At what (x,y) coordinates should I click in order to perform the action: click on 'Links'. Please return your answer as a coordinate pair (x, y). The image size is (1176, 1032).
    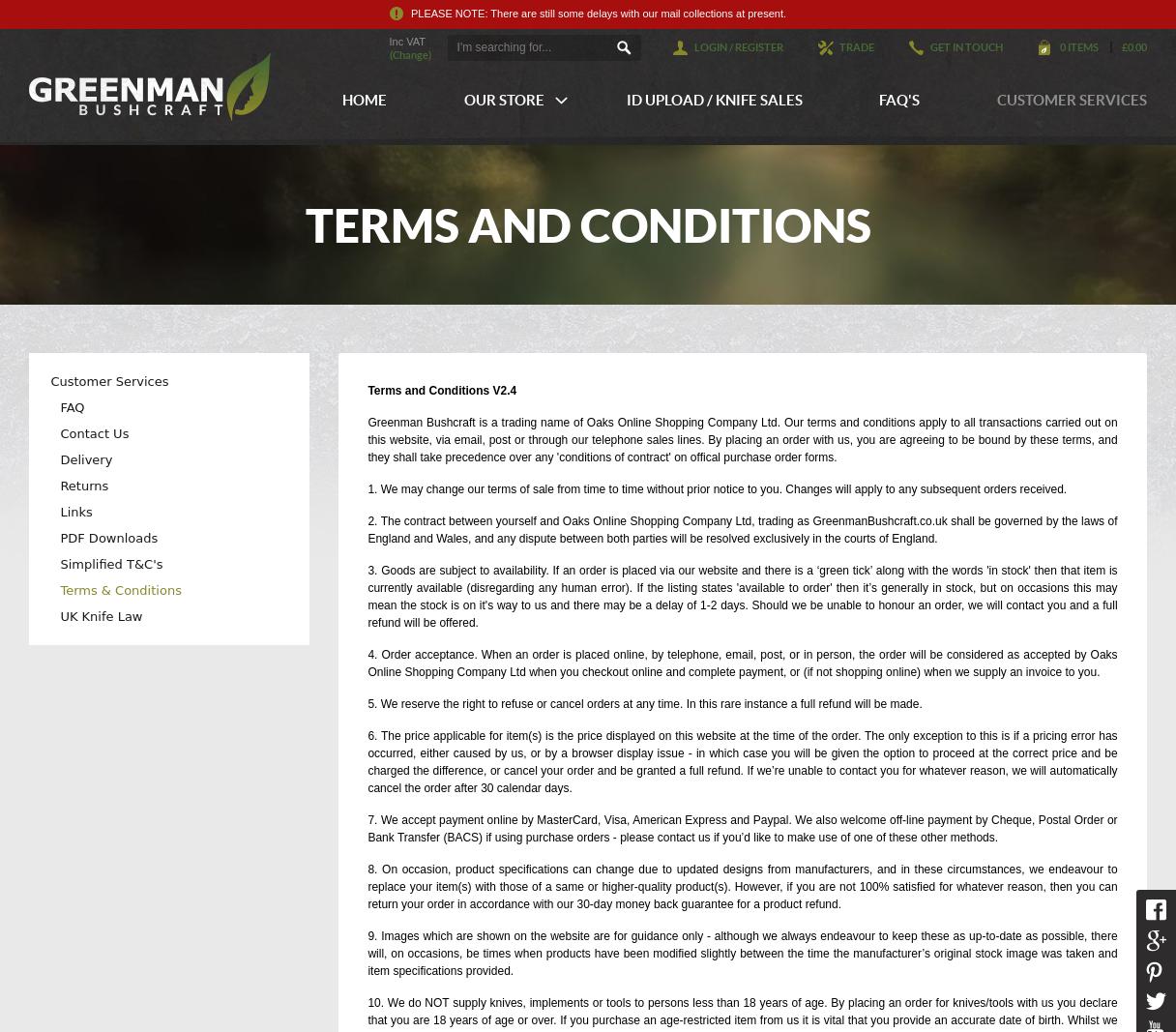
    Looking at the image, I should click on (75, 511).